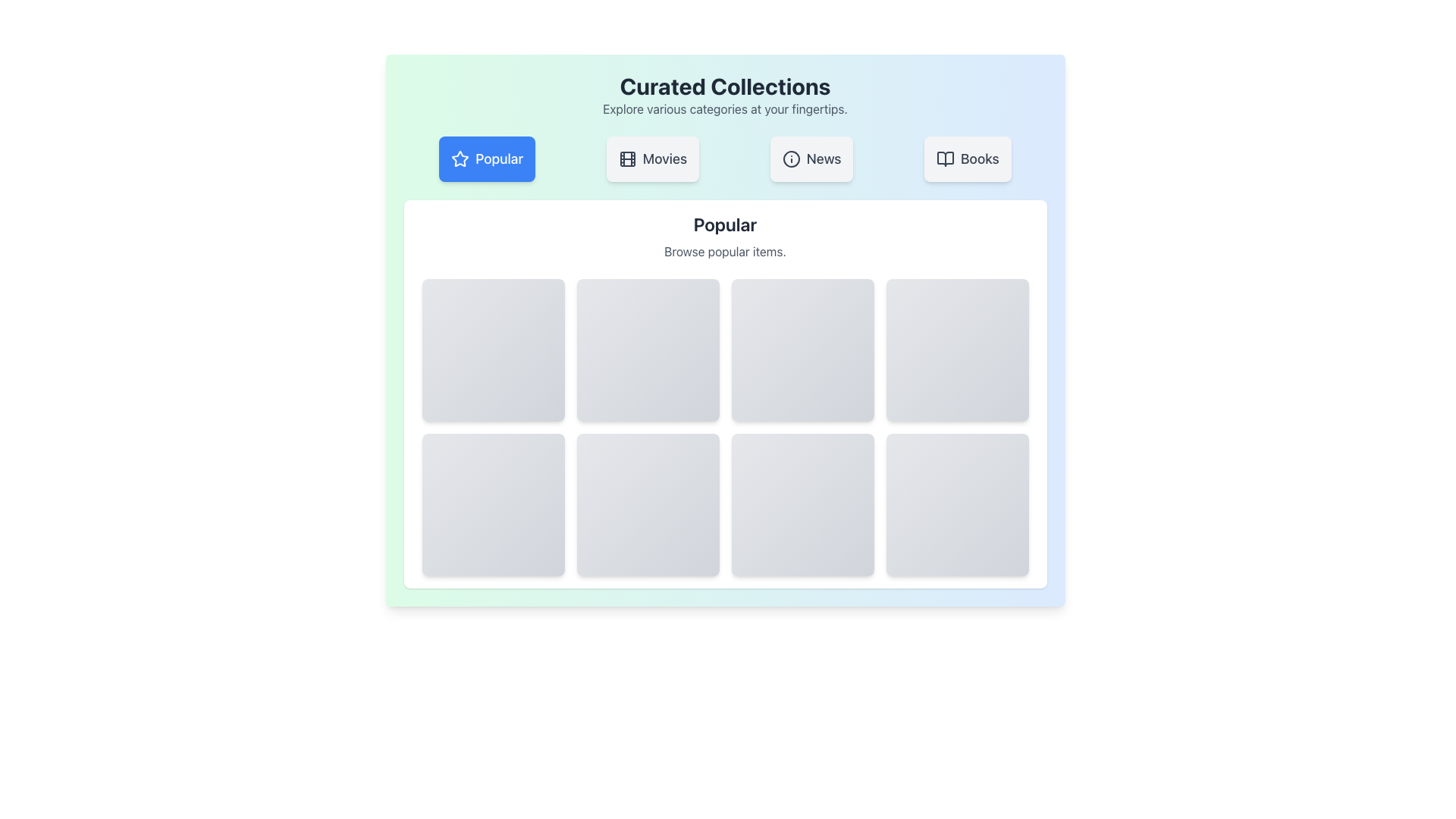  What do you see at coordinates (724, 108) in the screenshot?
I see `text label that says 'Explore various categories at your fingertips.' positioned below the title 'Curated Collections.'` at bounding box center [724, 108].